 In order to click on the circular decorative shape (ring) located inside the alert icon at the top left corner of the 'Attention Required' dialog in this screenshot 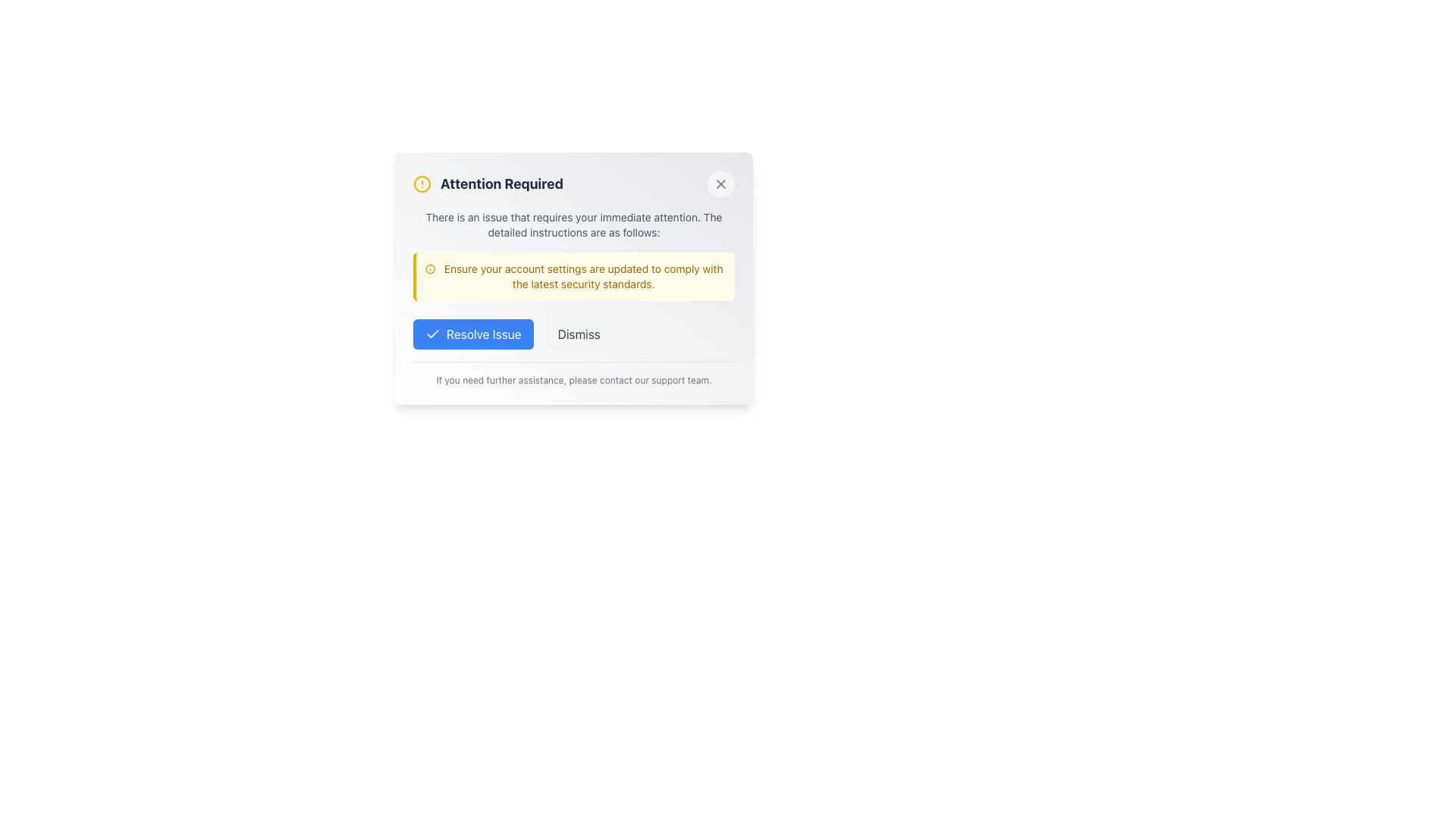, I will do `click(422, 184)`.